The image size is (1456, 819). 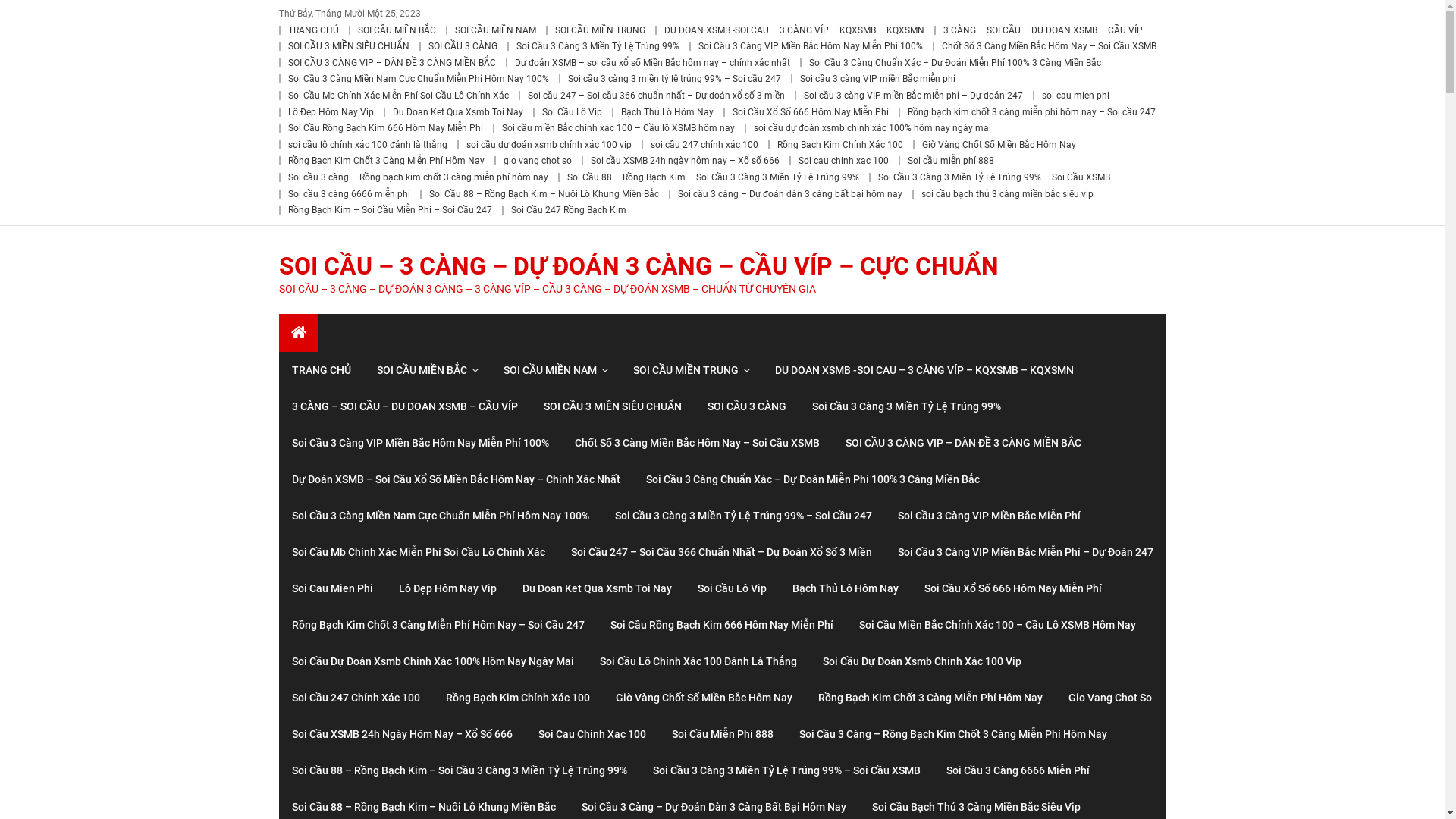 I want to click on 'Gio Vang Chot So', so click(x=1110, y=698).